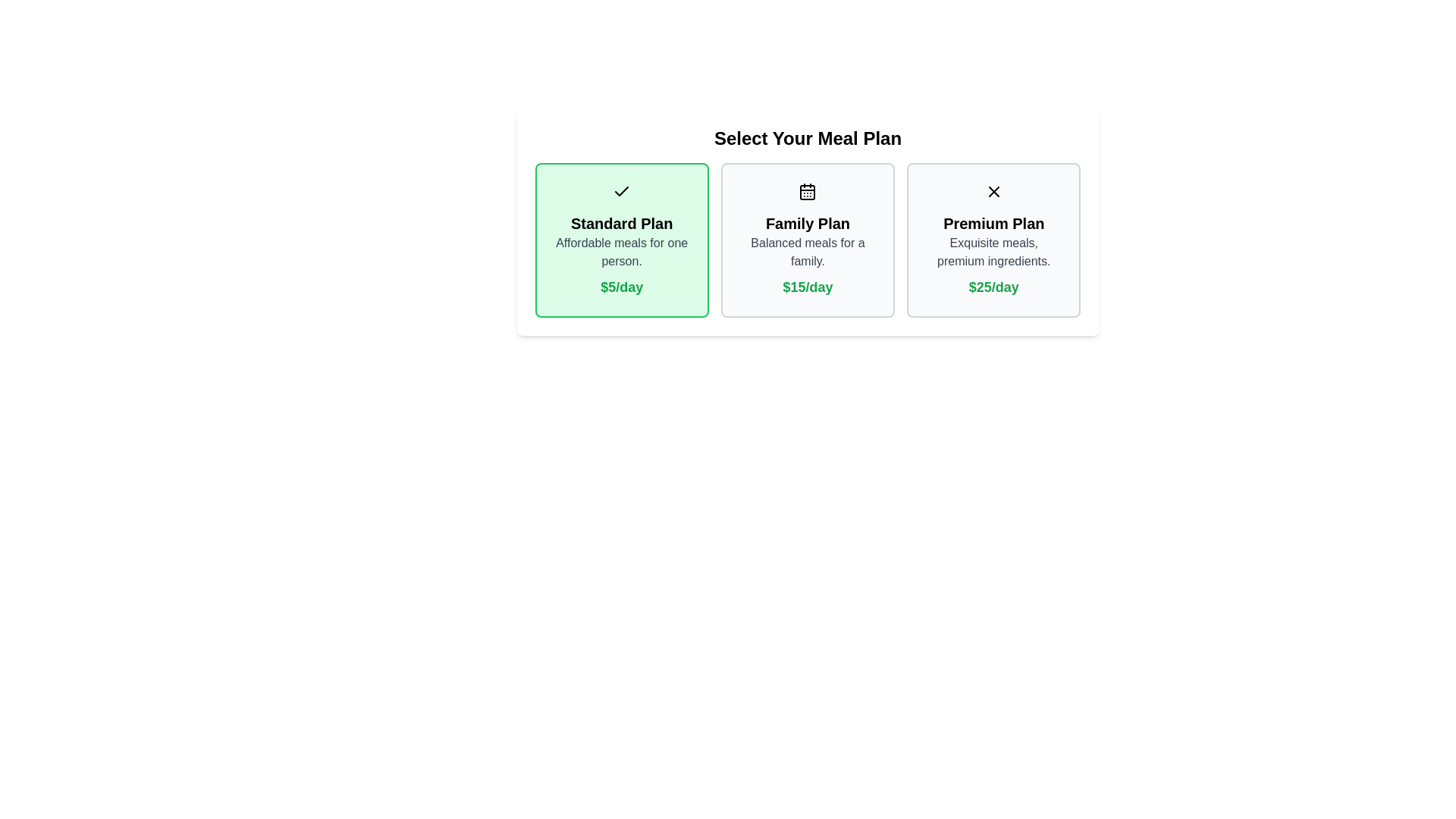 The image size is (1456, 819). Describe the element at coordinates (807, 191) in the screenshot. I see `the calendar icon with a rectangular border and small dots inside, located in the 'Family Plan' selection box under 'Select Your Meal Plan'` at that location.